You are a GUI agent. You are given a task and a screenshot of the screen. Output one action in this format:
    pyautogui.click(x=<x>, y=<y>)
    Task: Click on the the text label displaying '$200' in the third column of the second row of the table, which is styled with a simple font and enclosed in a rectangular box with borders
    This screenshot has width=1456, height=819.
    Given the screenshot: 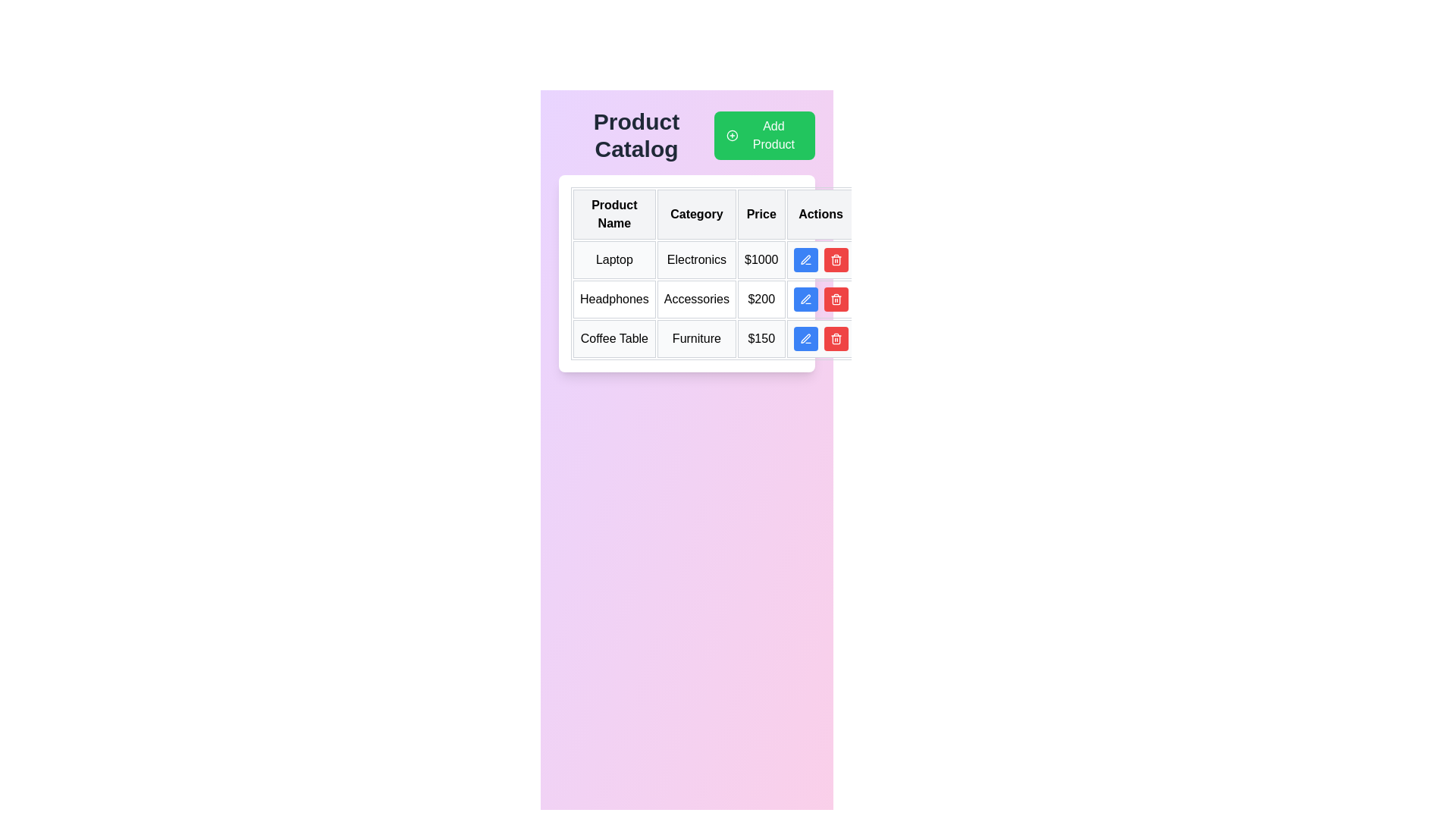 What is the action you would take?
    pyautogui.click(x=761, y=299)
    